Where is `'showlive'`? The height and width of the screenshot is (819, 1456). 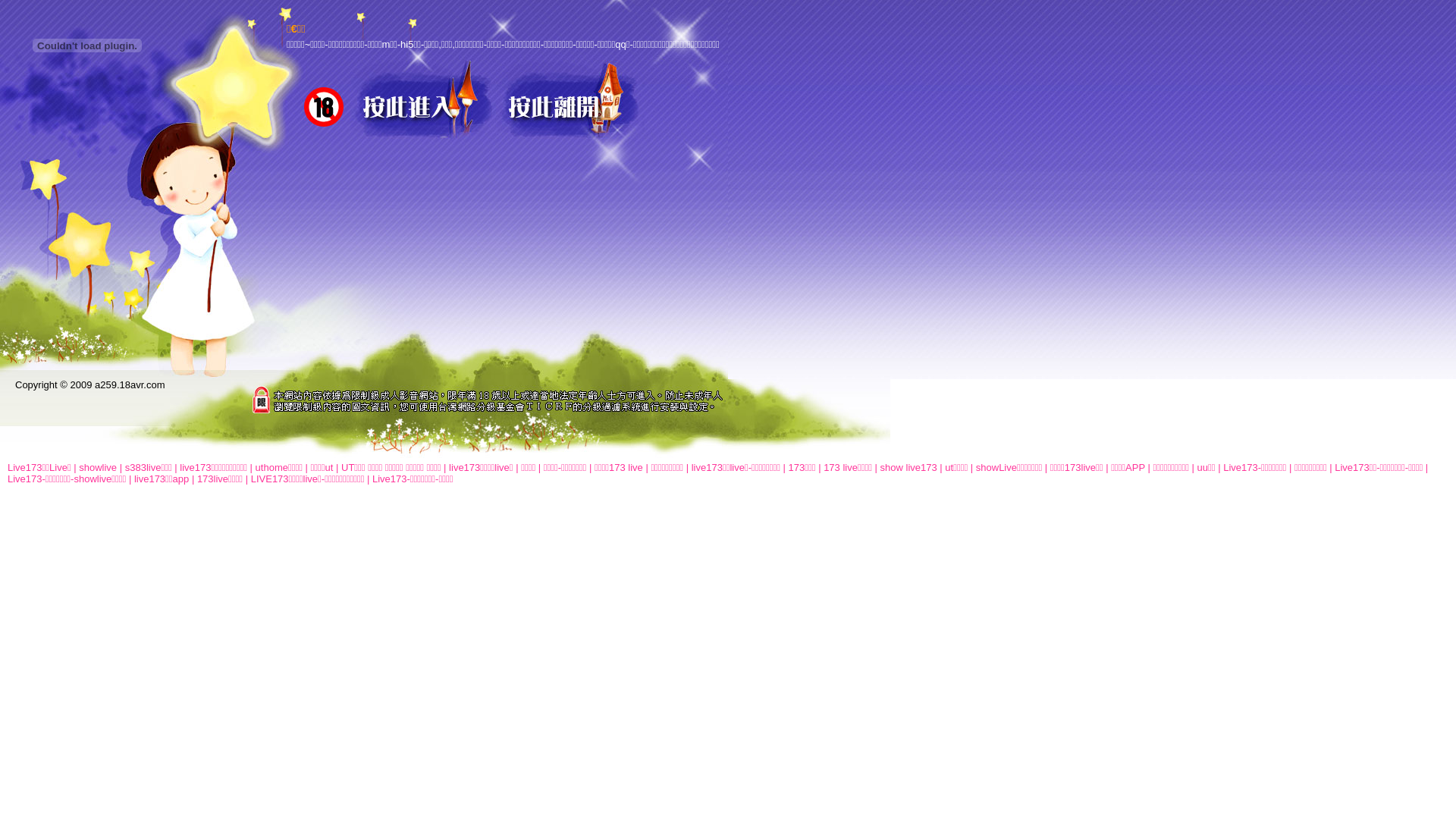
'showlive' is located at coordinates (97, 466).